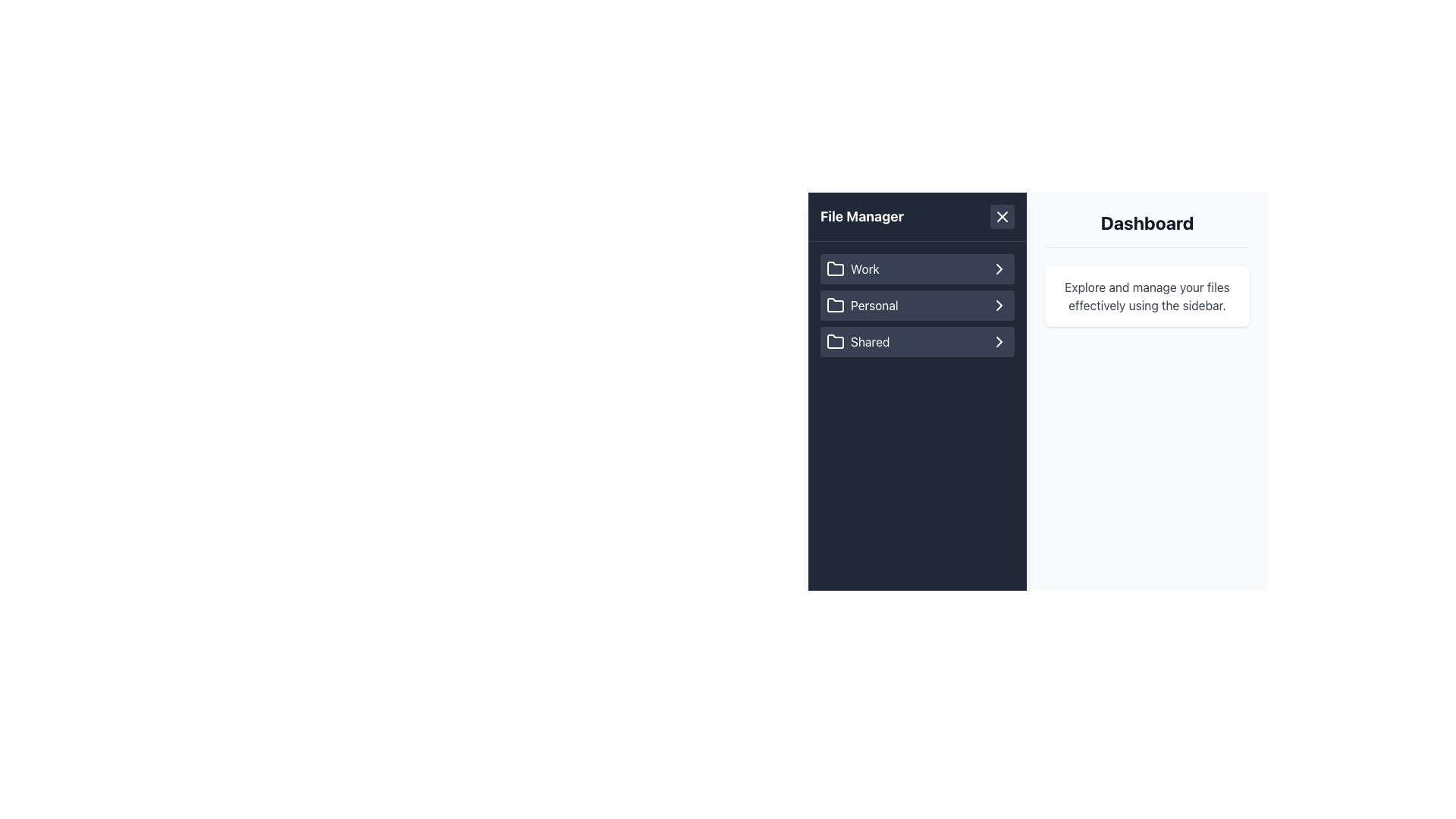 The height and width of the screenshot is (819, 1456). What do you see at coordinates (862, 305) in the screenshot?
I see `the 'Personal' navigation link in the sidebar, which consists of the text 'Personal' and a folder icon` at bounding box center [862, 305].